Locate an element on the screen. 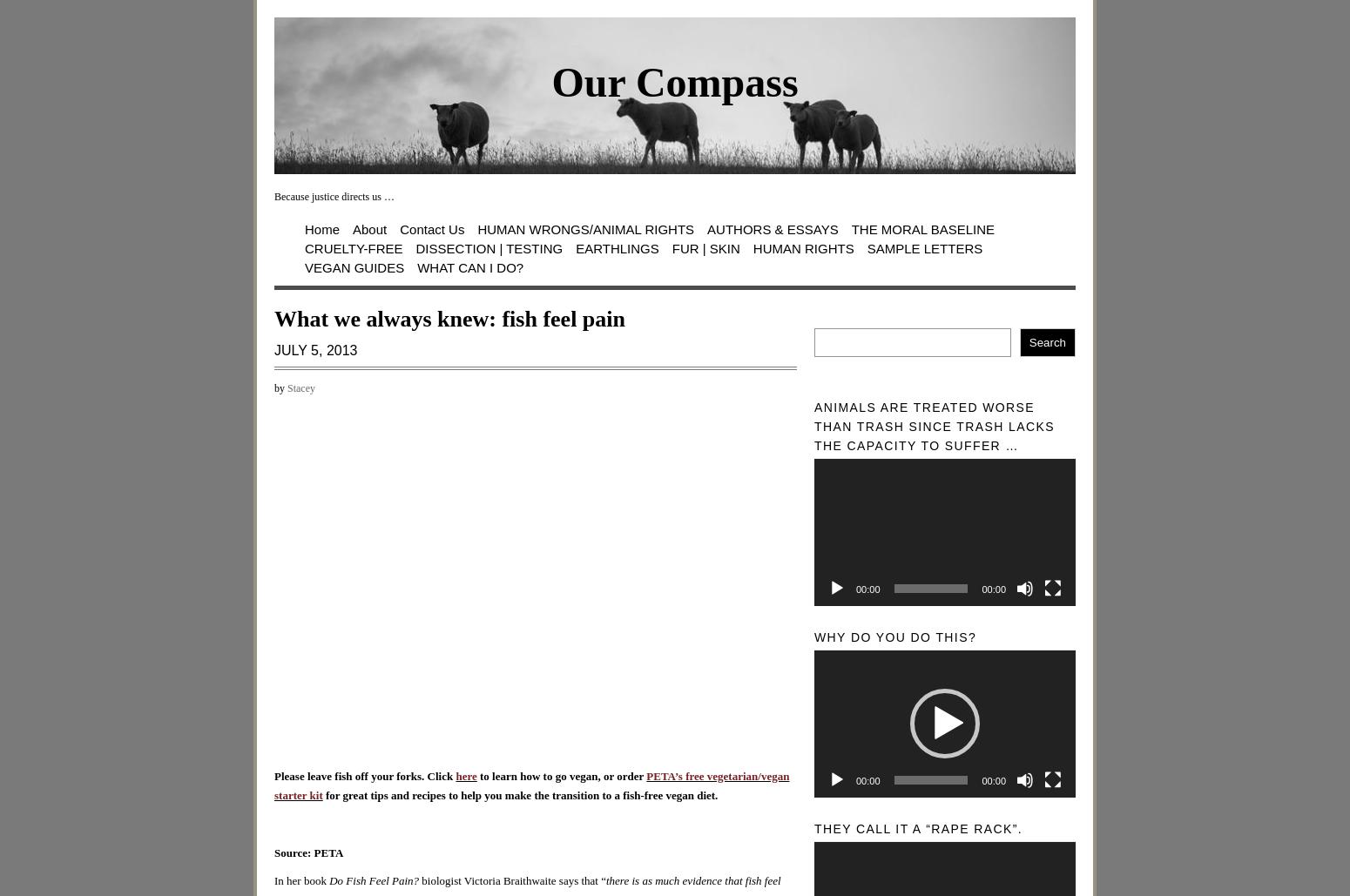 The height and width of the screenshot is (896, 1350). 'What we always knew: fish feel pain' is located at coordinates (449, 319).